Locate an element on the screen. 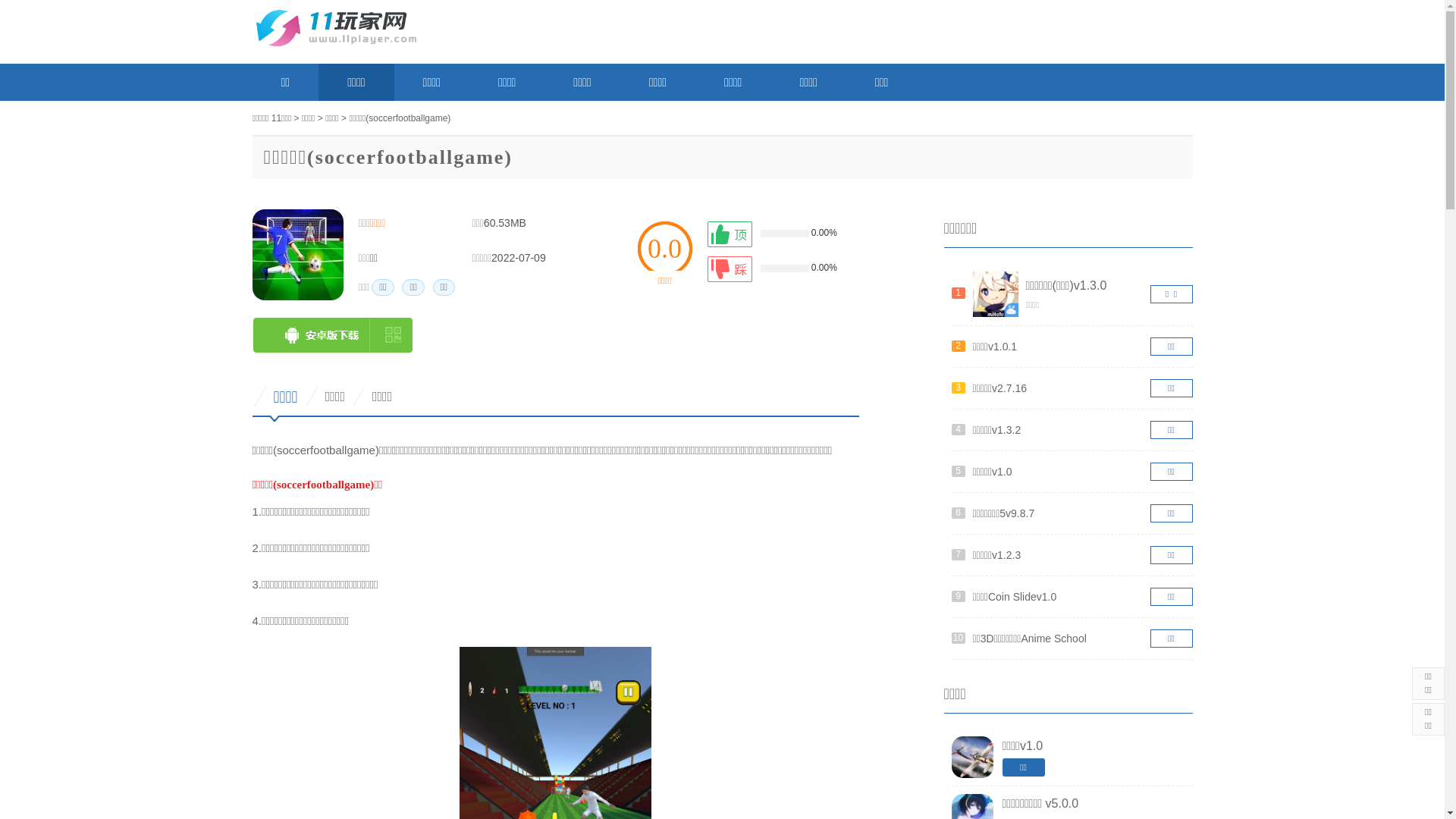  '0.00%' is located at coordinates (779, 268).